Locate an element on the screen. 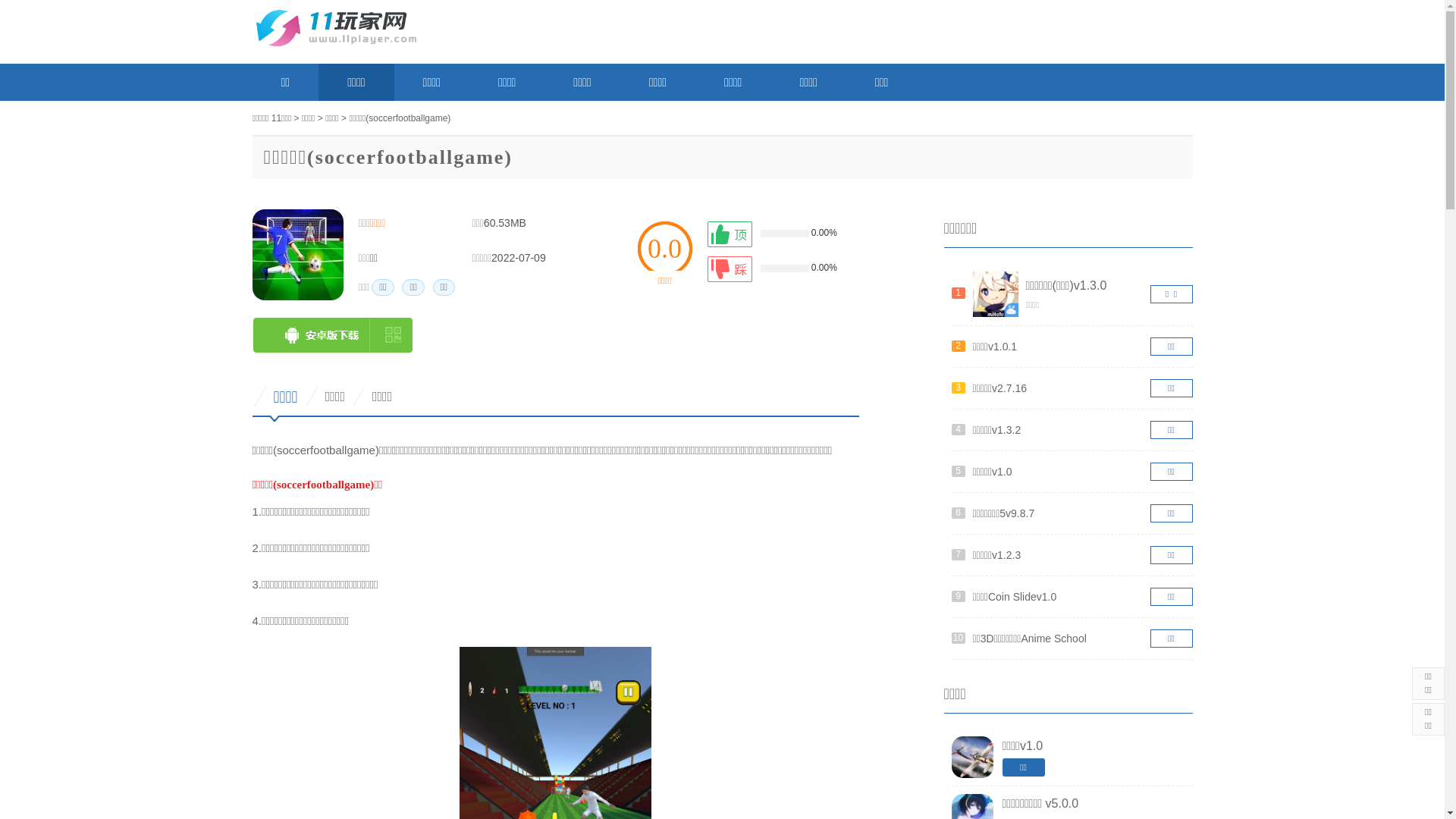  '0.00%' is located at coordinates (779, 268).